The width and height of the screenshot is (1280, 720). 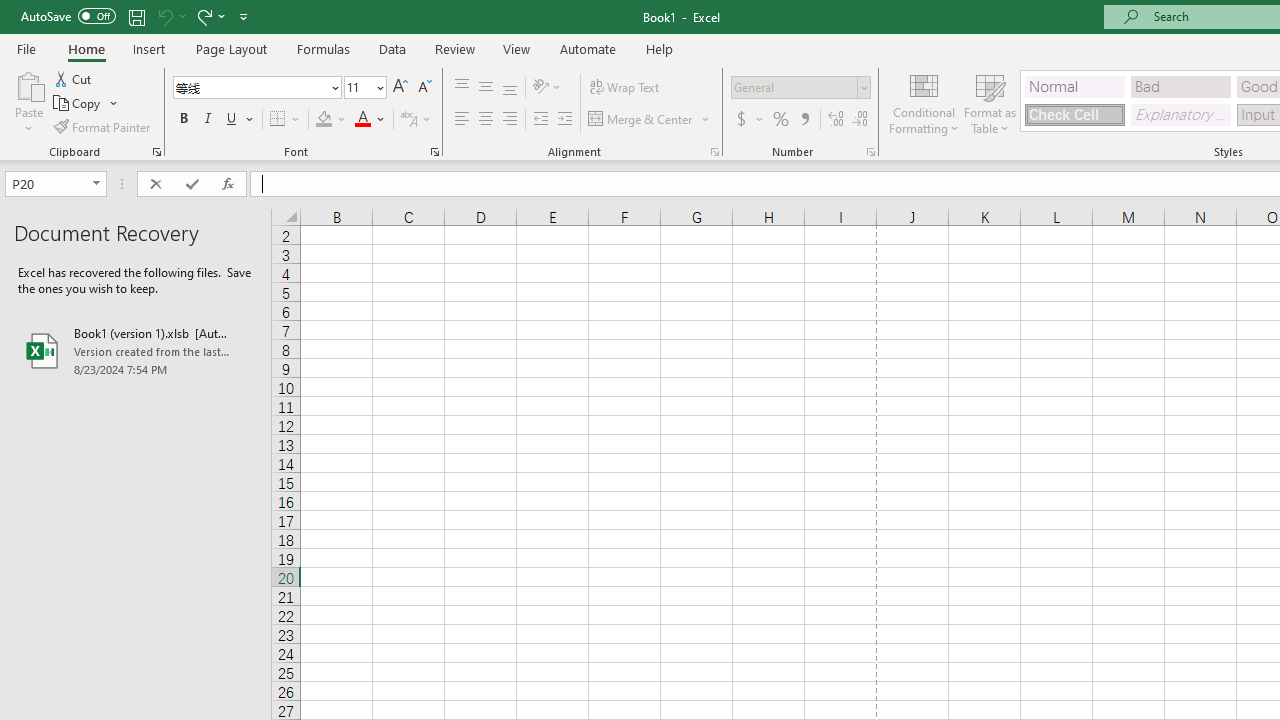 I want to click on 'Fill Color RGB(255, 255, 0)', so click(x=324, y=119).